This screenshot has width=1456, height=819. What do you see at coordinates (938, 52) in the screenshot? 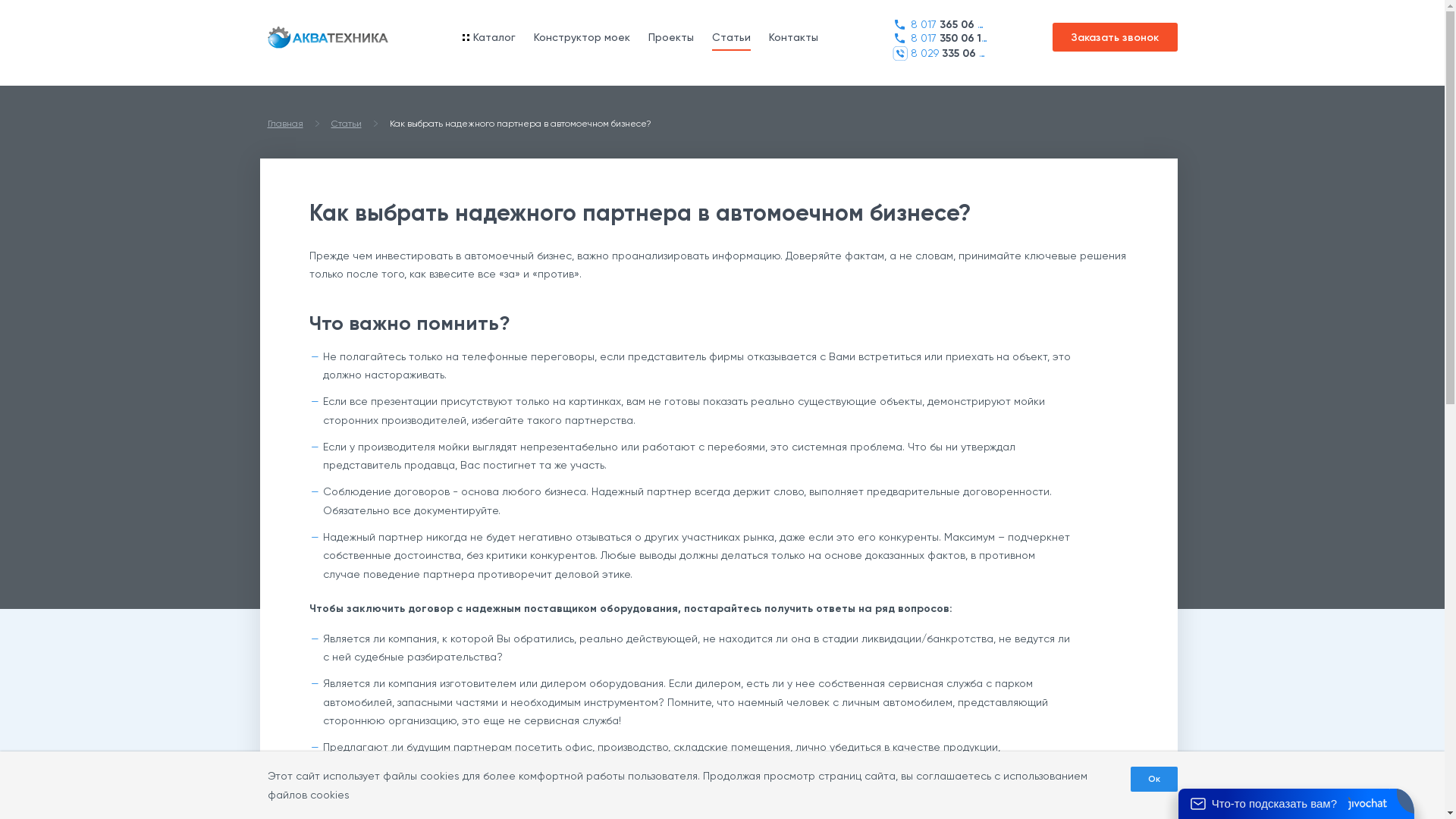
I see `'8 029 335 06 01'` at bounding box center [938, 52].